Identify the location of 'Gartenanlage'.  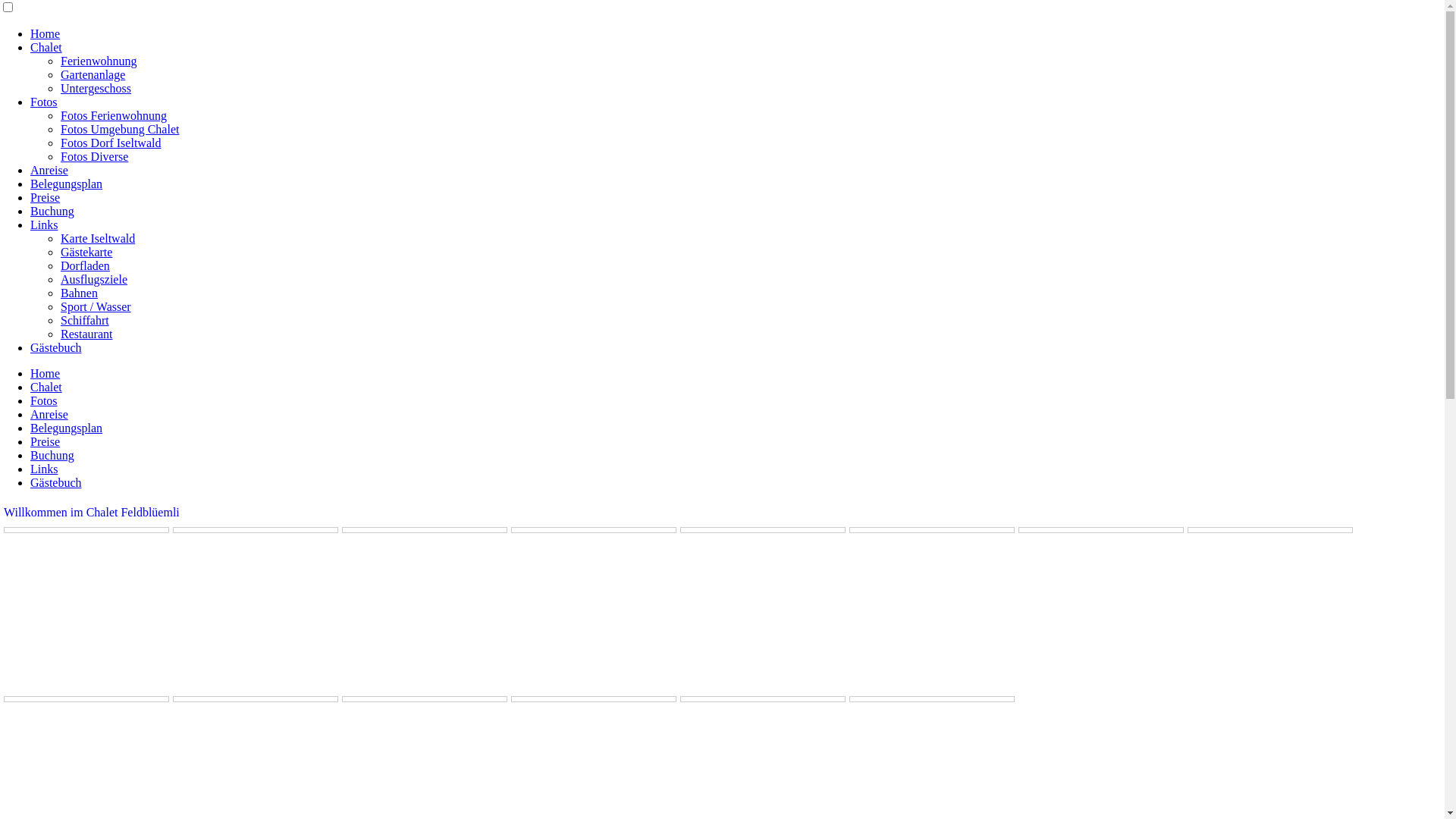
(61, 74).